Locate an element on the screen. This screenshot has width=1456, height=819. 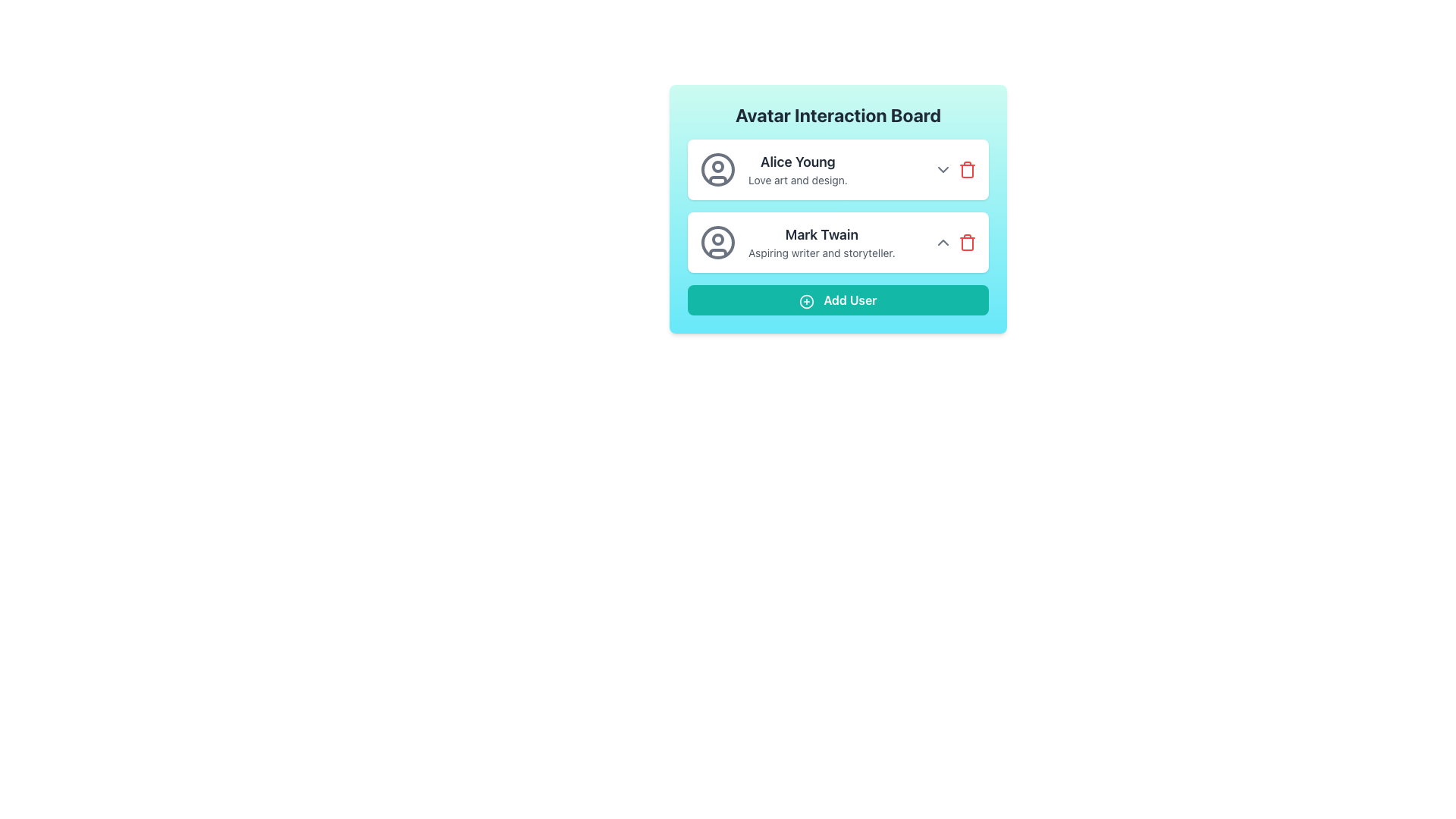
the text display that shows 'Mark Twain', which is styled in bold and larger size, located in the user card section below 'Alice Young' is located at coordinates (821, 234).